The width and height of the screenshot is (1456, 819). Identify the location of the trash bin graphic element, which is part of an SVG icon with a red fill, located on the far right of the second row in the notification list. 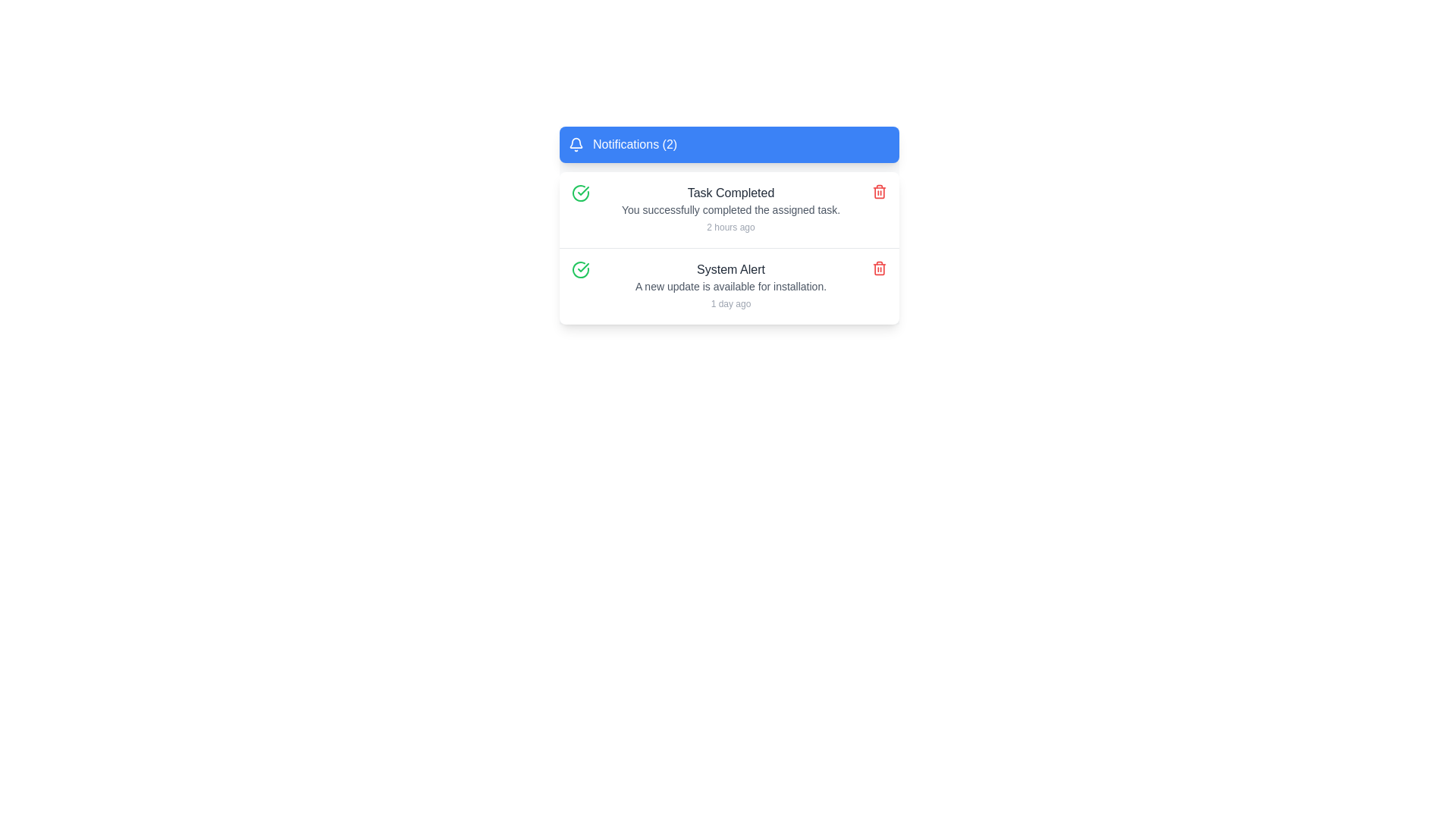
(880, 268).